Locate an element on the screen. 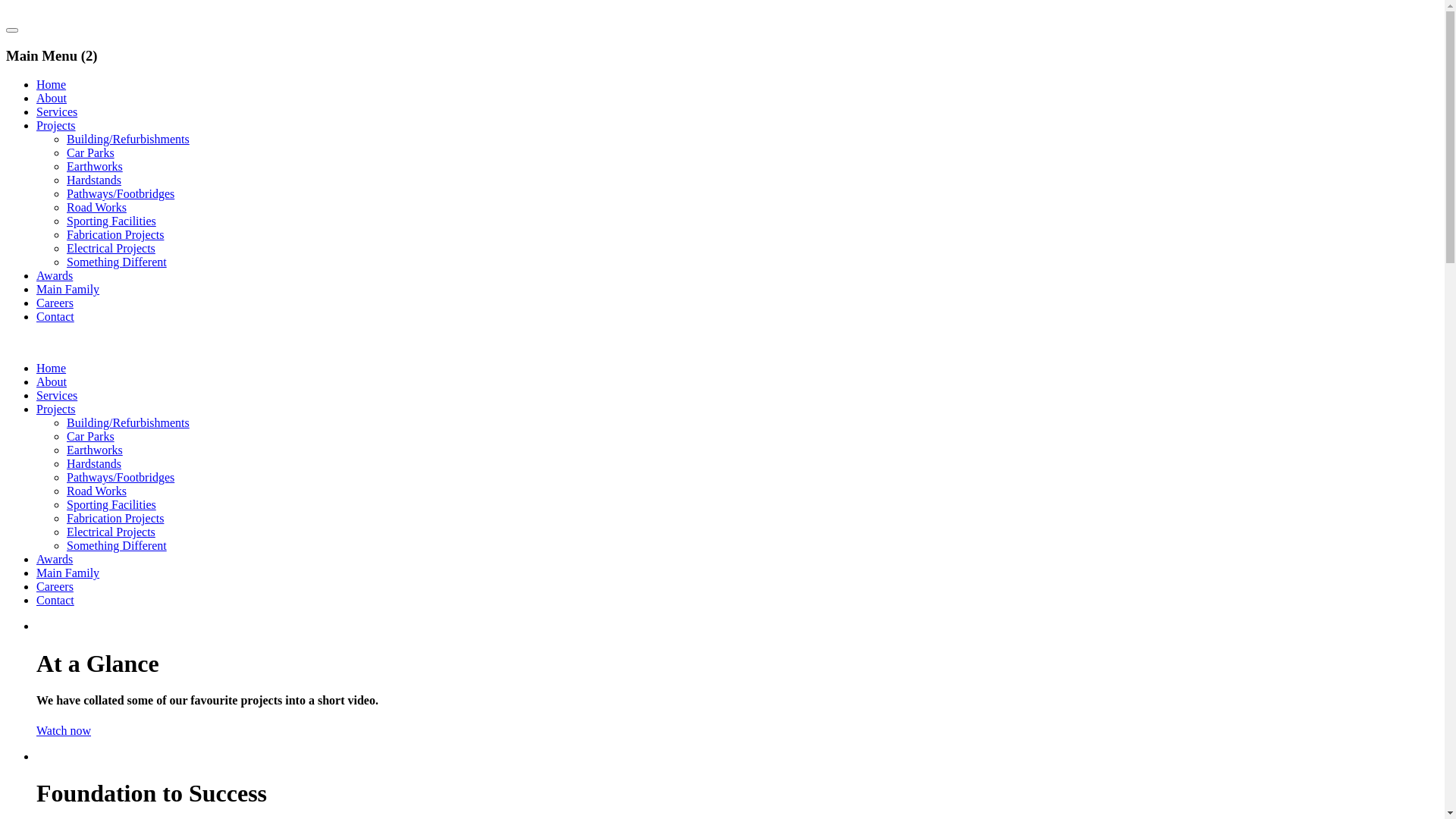 The width and height of the screenshot is (1456, 819). 'Sporting Facilities' is located at coordinates (111, 221).